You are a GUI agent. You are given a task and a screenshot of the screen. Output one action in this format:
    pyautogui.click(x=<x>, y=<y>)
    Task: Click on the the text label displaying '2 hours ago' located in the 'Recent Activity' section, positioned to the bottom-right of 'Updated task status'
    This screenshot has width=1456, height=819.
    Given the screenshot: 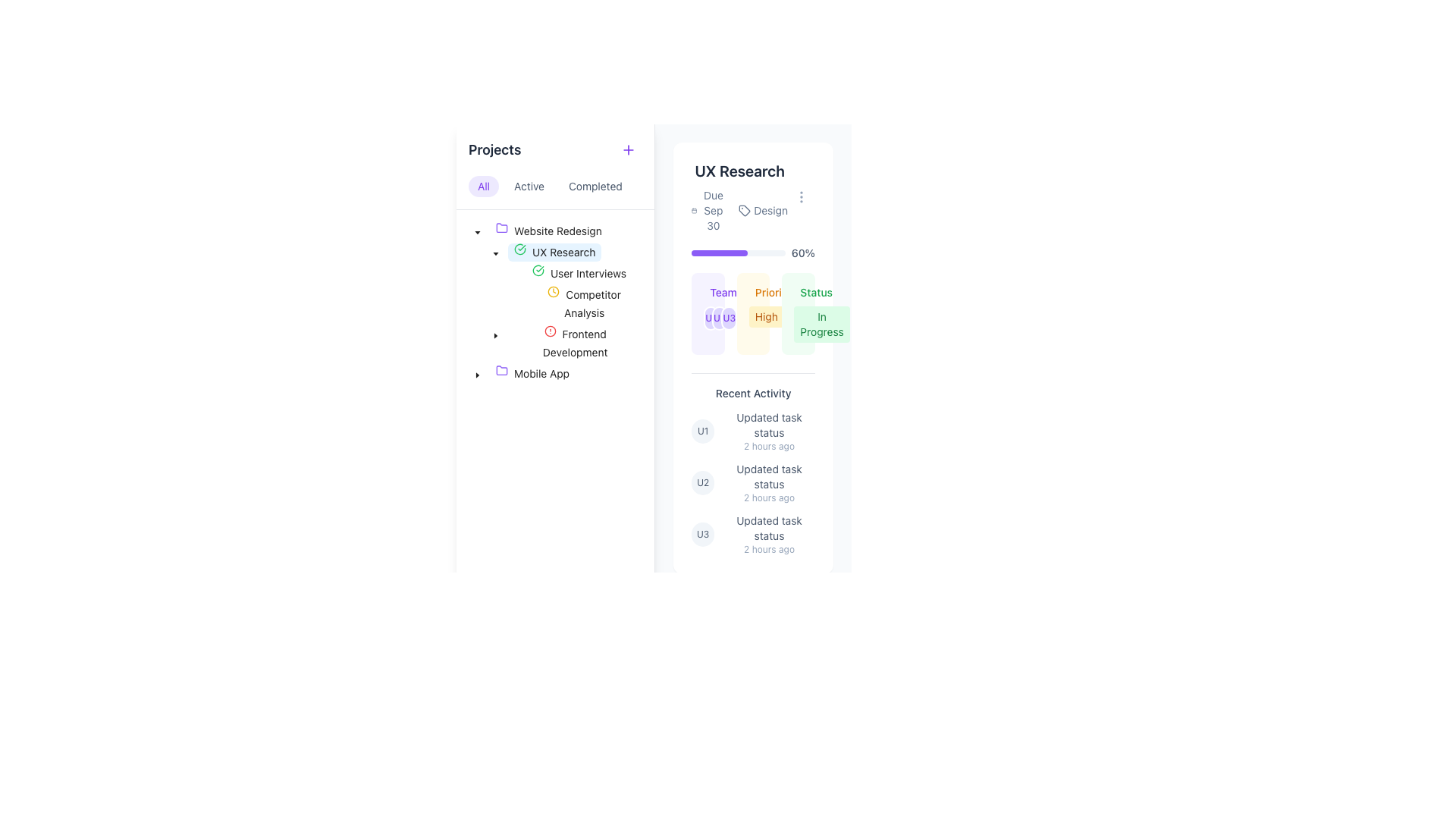 What is the action you would take?
    pyautogui.click(x=769, y=550)
    